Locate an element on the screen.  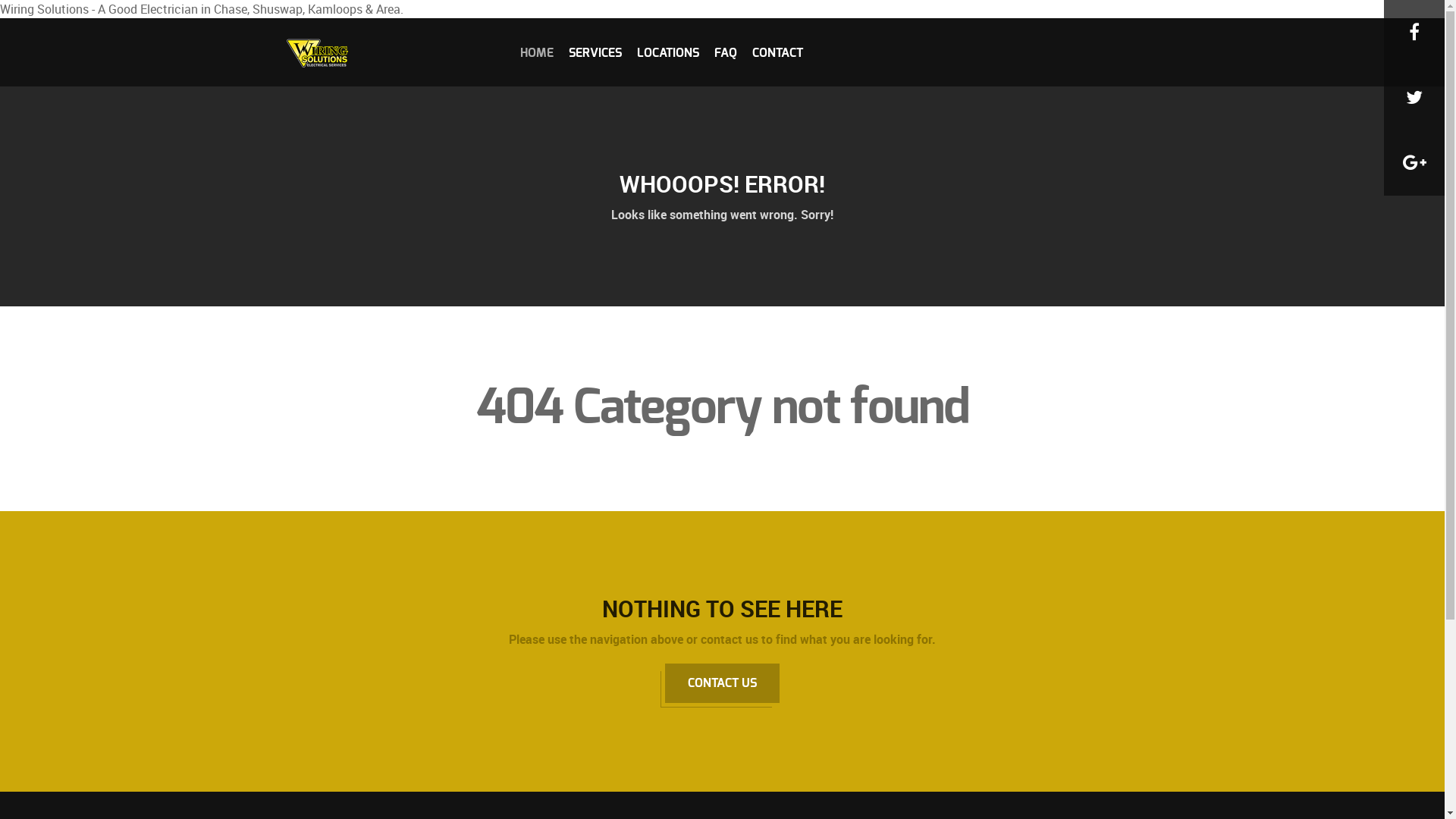
'FAQ' is located at coordinates (724, 52).